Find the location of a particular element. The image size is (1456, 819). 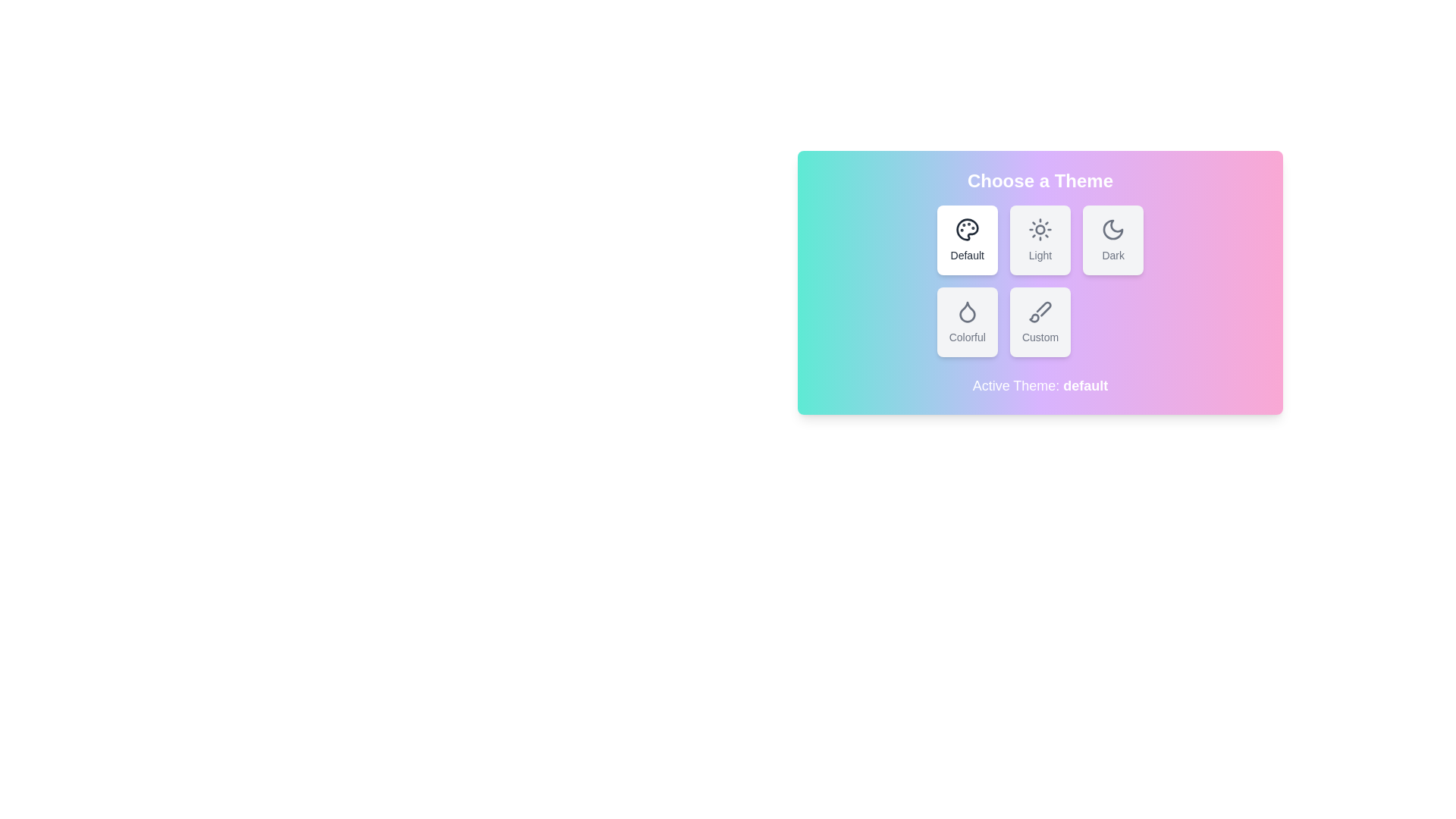

the theme custom by clicking the corresponding button is located at coordinates (1040, 321).